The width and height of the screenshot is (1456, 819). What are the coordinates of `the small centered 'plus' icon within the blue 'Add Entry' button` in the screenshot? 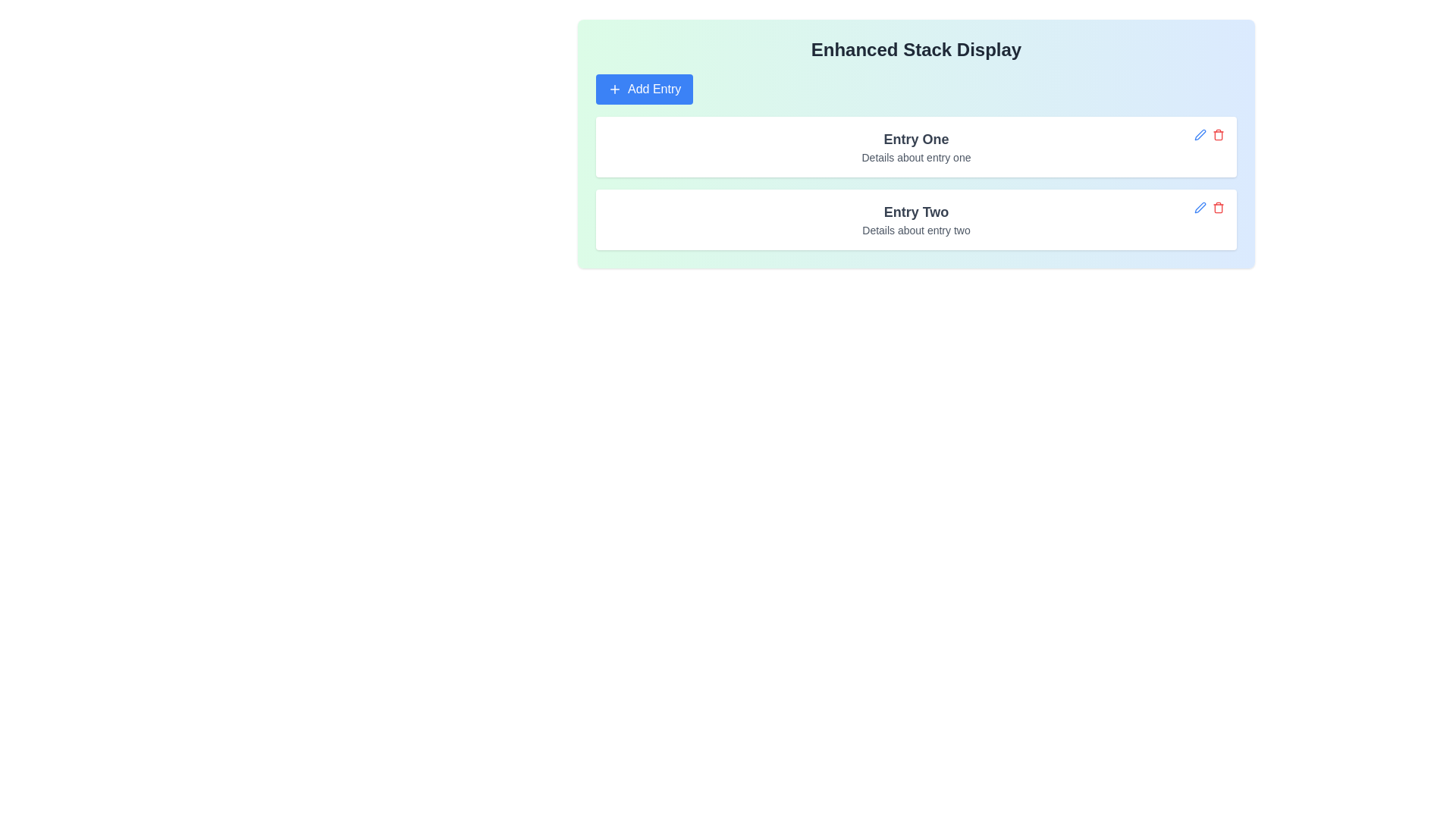 It's located at (615, 89).